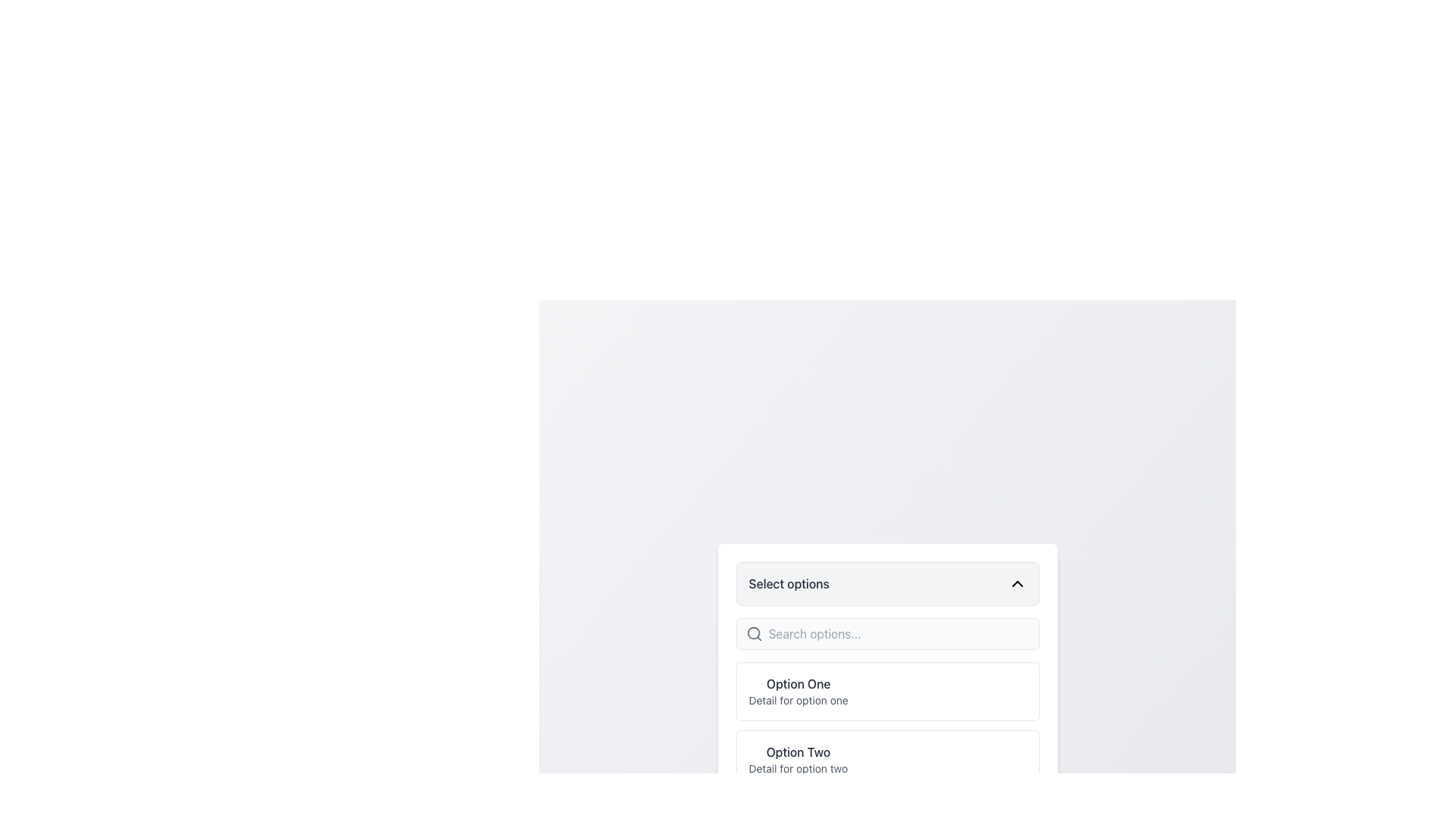 Image resolution: width=1456 pixels, height=819 pixels. I want to click on the magnifying glass icon used to symbolize search functionality, which is located on the left side of the 'Search options' input field, so click(753, 633).